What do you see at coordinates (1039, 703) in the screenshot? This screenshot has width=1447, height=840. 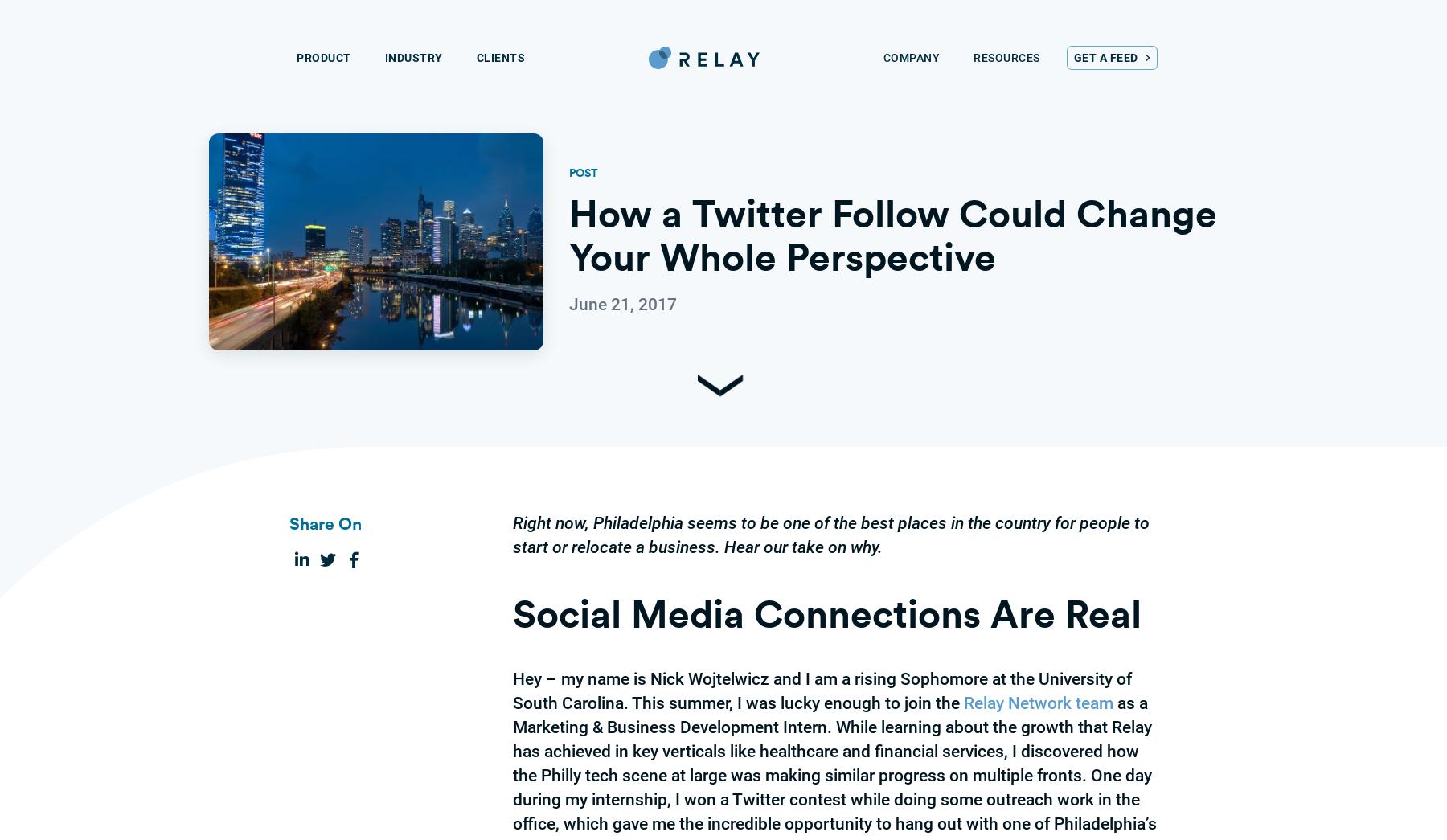 I see `'Relay Network team'` at bounding box center [1039, 703].